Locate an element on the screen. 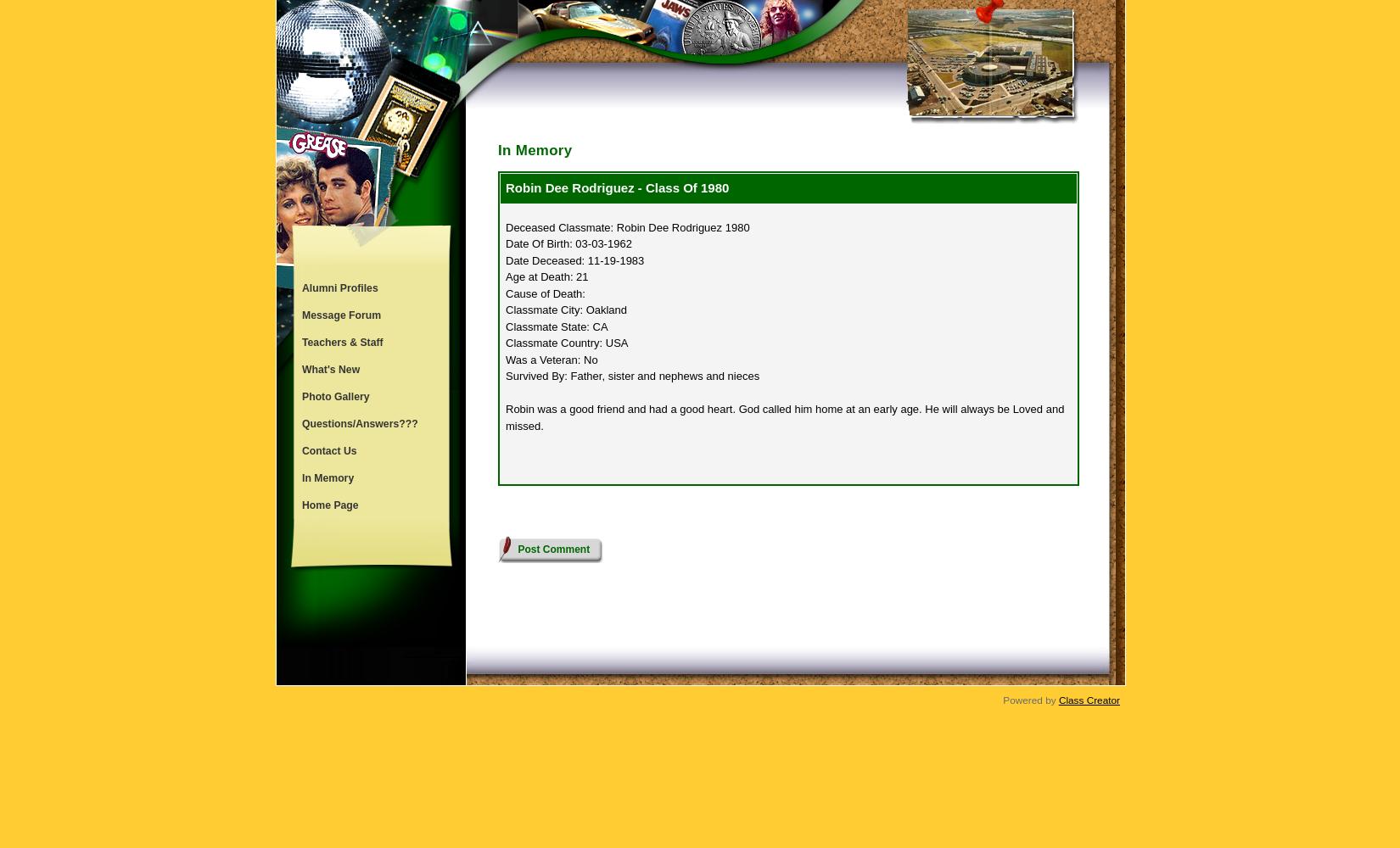 This screenshot has height=848, width=1400. 'What's New' is located at coordinates (302, 370).